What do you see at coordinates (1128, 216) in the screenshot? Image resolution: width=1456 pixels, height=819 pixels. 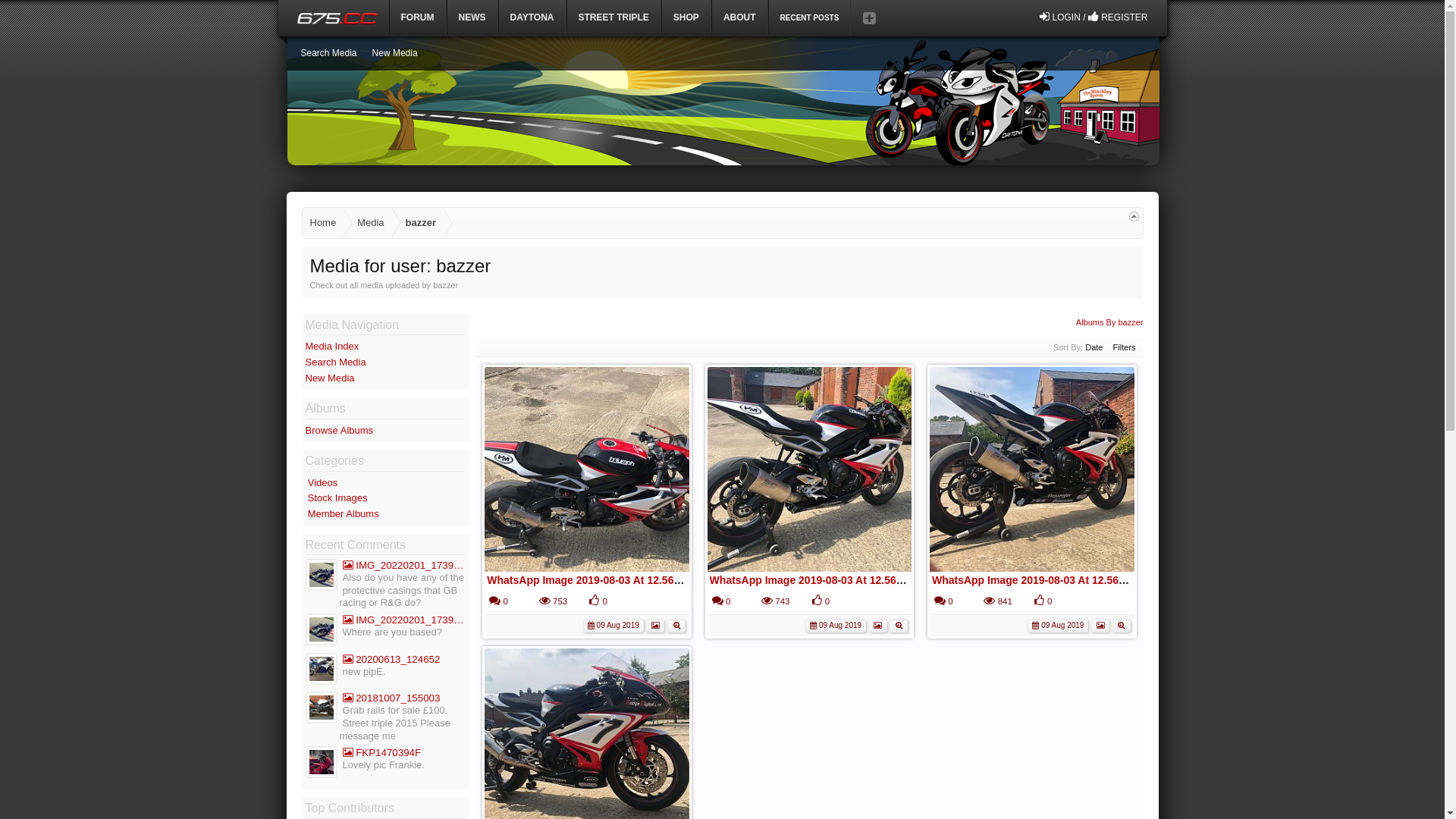 I see `'Open quick navigation'` at bounding box center [1128, 216].